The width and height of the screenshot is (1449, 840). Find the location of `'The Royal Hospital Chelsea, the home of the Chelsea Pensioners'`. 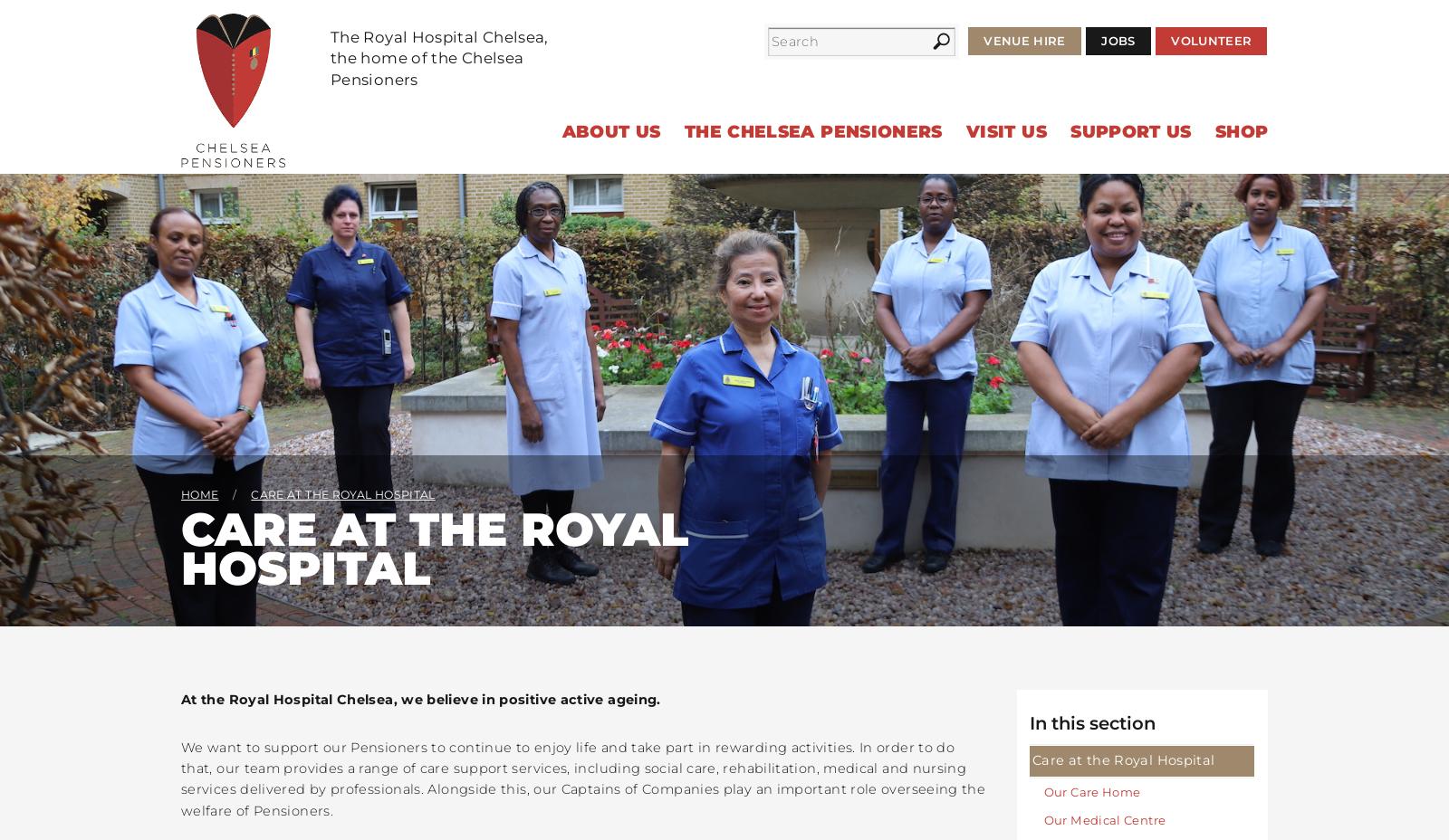

'The Royal Hospital Chelsea, the home of the Chelsea Pensioners' is located at coordinates (437, 57).